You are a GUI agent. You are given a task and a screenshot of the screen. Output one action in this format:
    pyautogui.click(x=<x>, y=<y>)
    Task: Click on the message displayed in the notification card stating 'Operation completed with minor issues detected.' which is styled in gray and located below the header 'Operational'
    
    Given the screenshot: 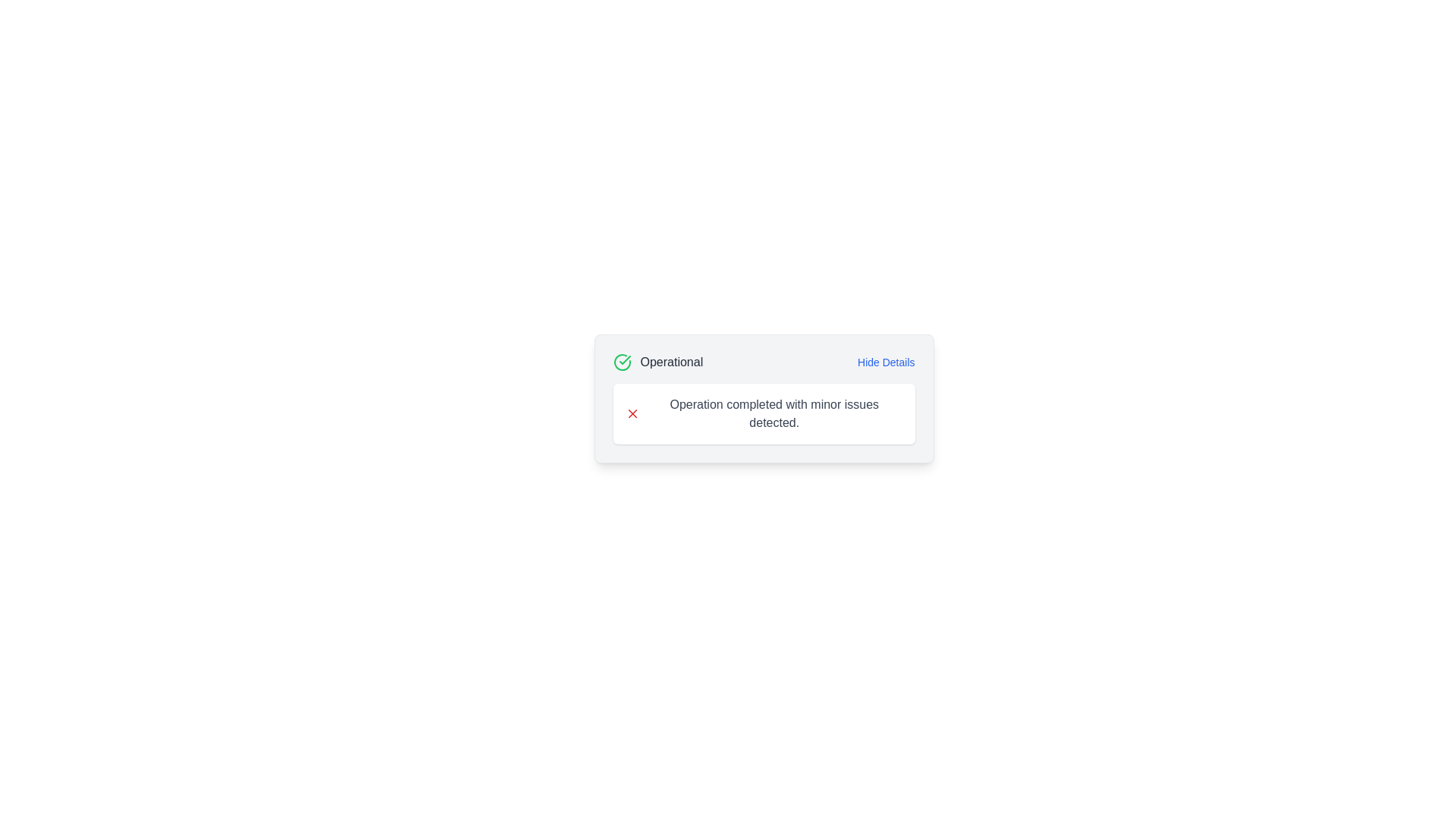 What is the action you would take?
    pyautogui.click(x=774, y=414)
    